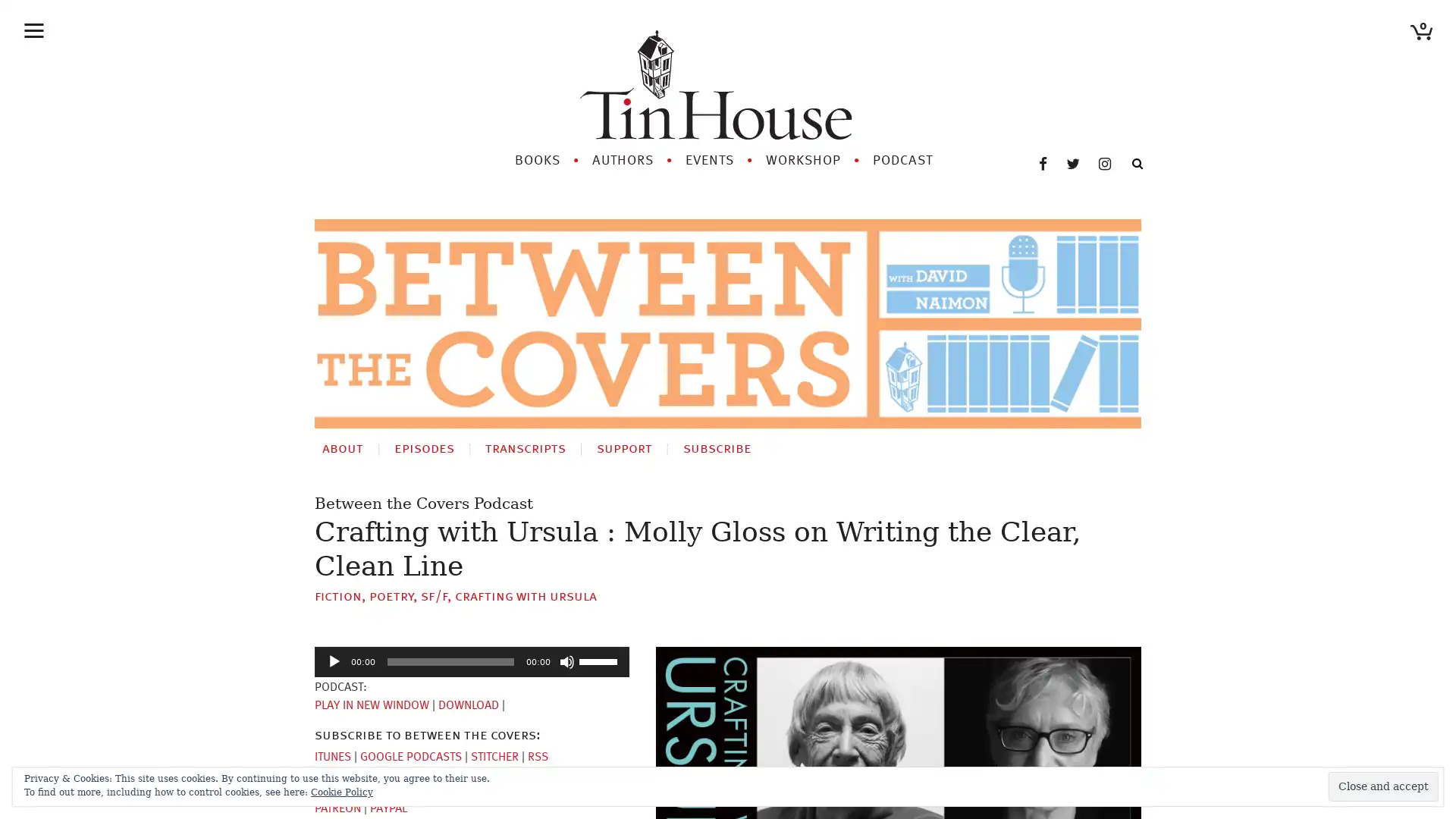 The image size is (1456, 819). I want to click on Paypal, so click(388, 789).